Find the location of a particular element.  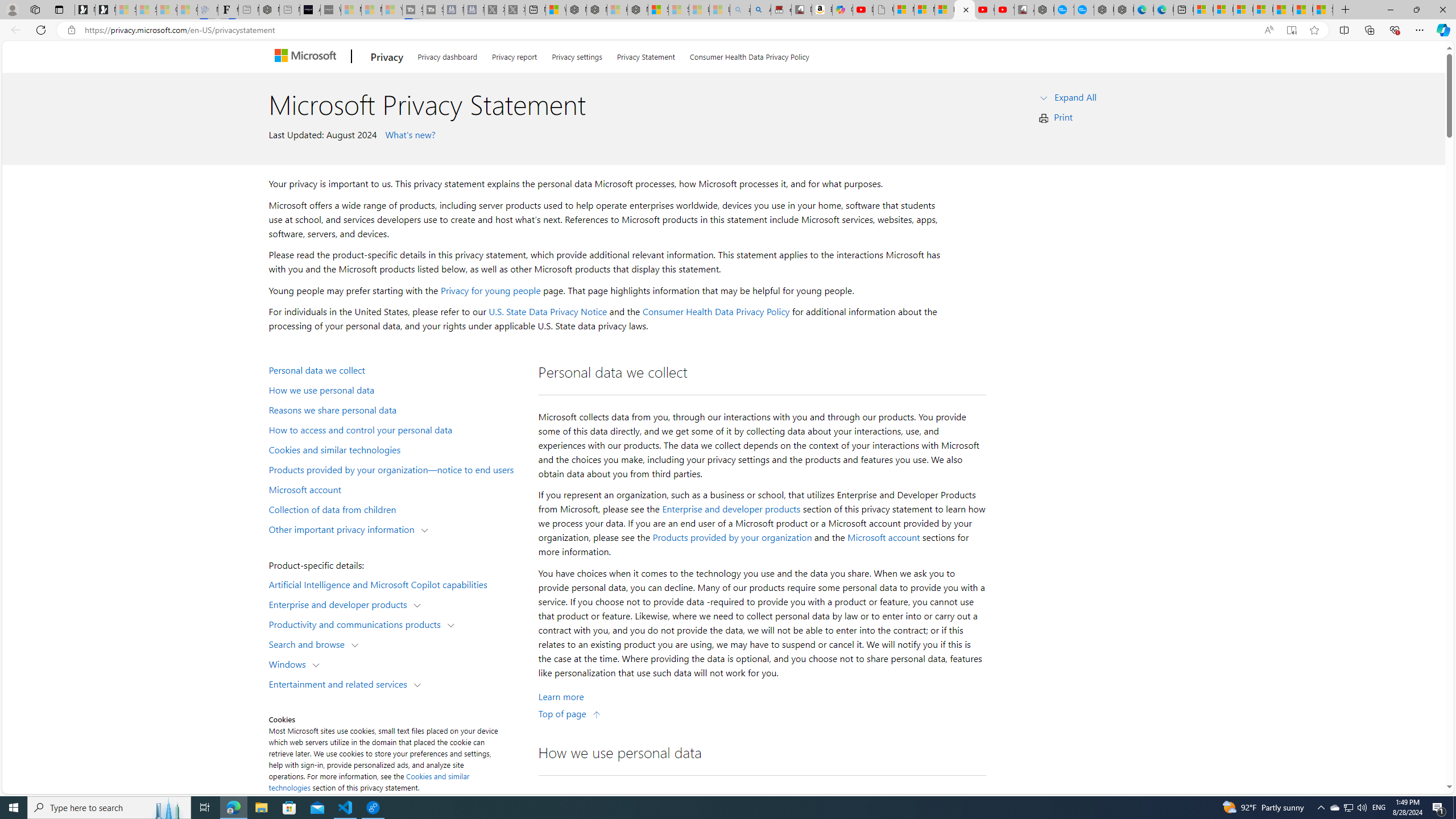

'Other important privacy information' is located at coordinates (344, 528).